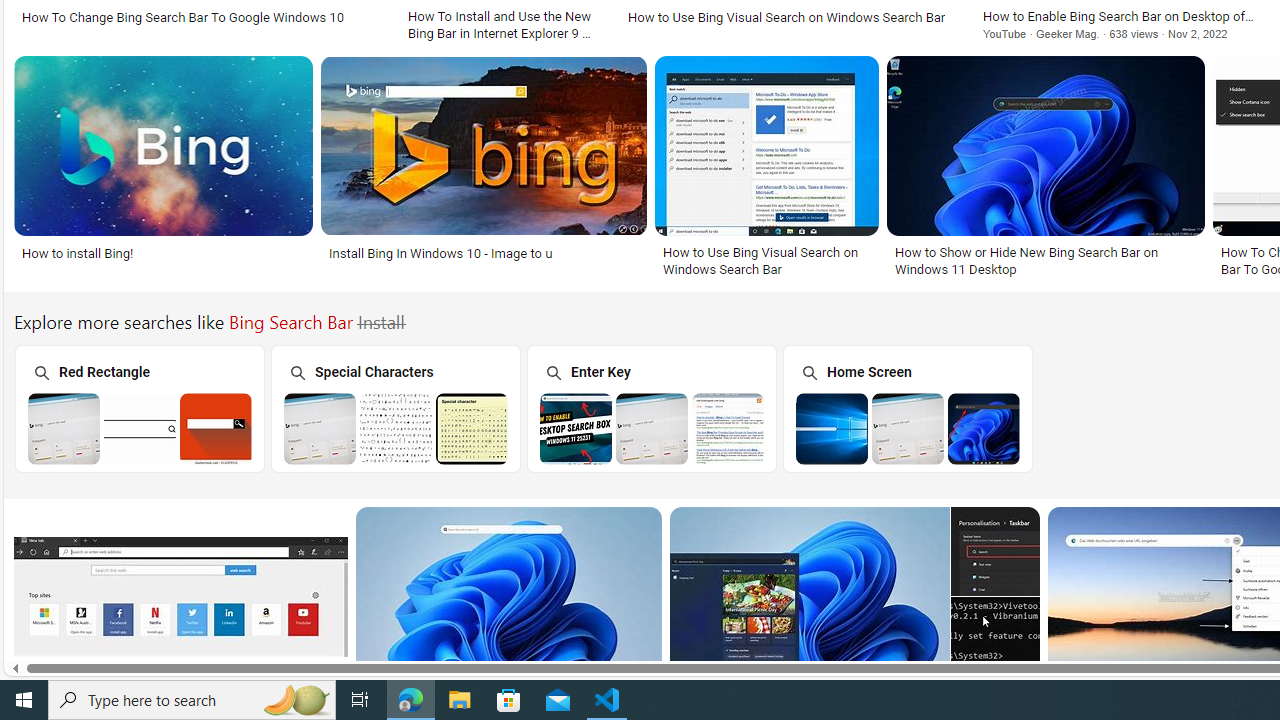 The width and height of the screenshot is (1280, 720). I want to click on 'How to Use Bing Visual Search on Windows Search BarSave', so click(770, 168).